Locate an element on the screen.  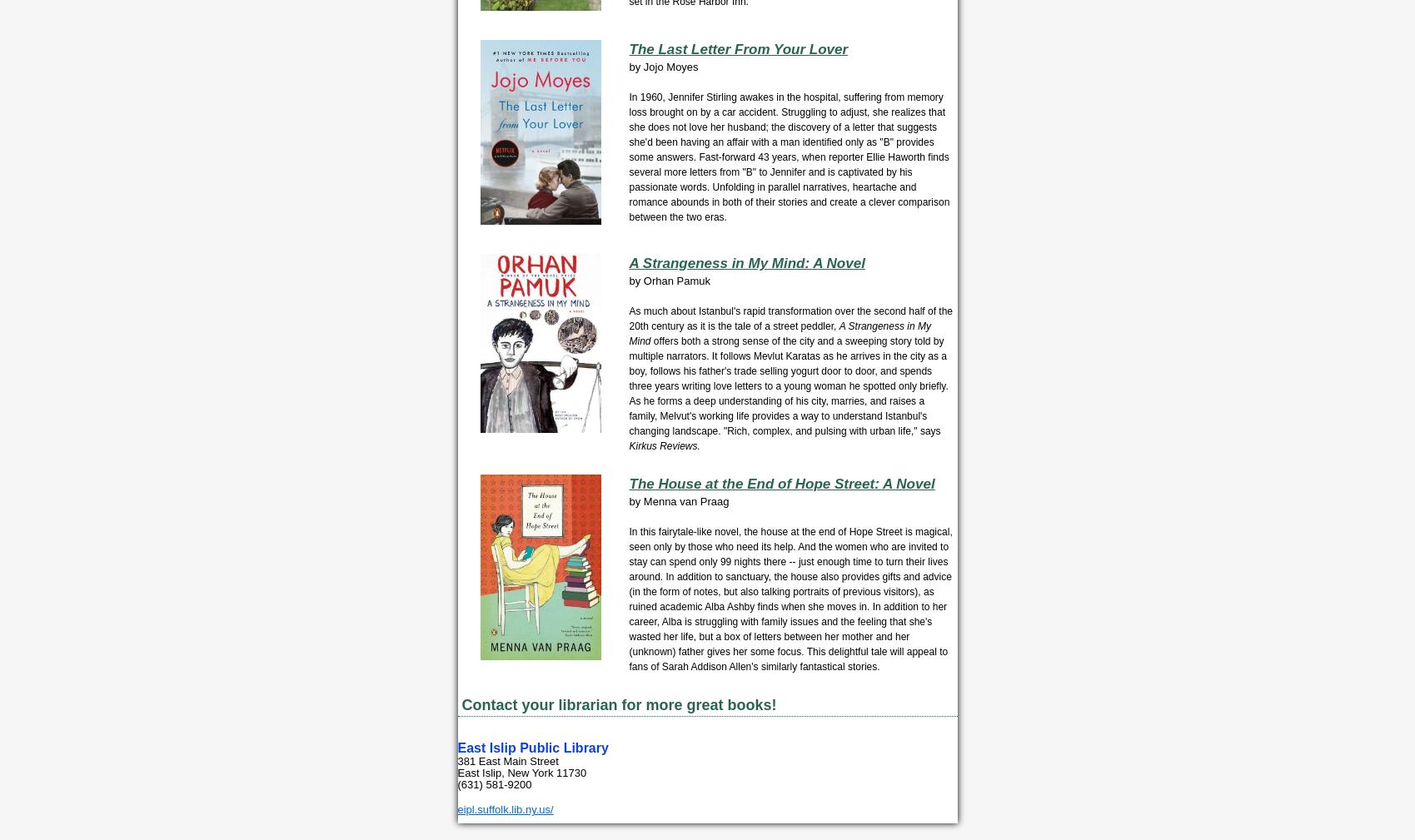
'A Strangeness in My Mind' is located at coordinates (778, 332).